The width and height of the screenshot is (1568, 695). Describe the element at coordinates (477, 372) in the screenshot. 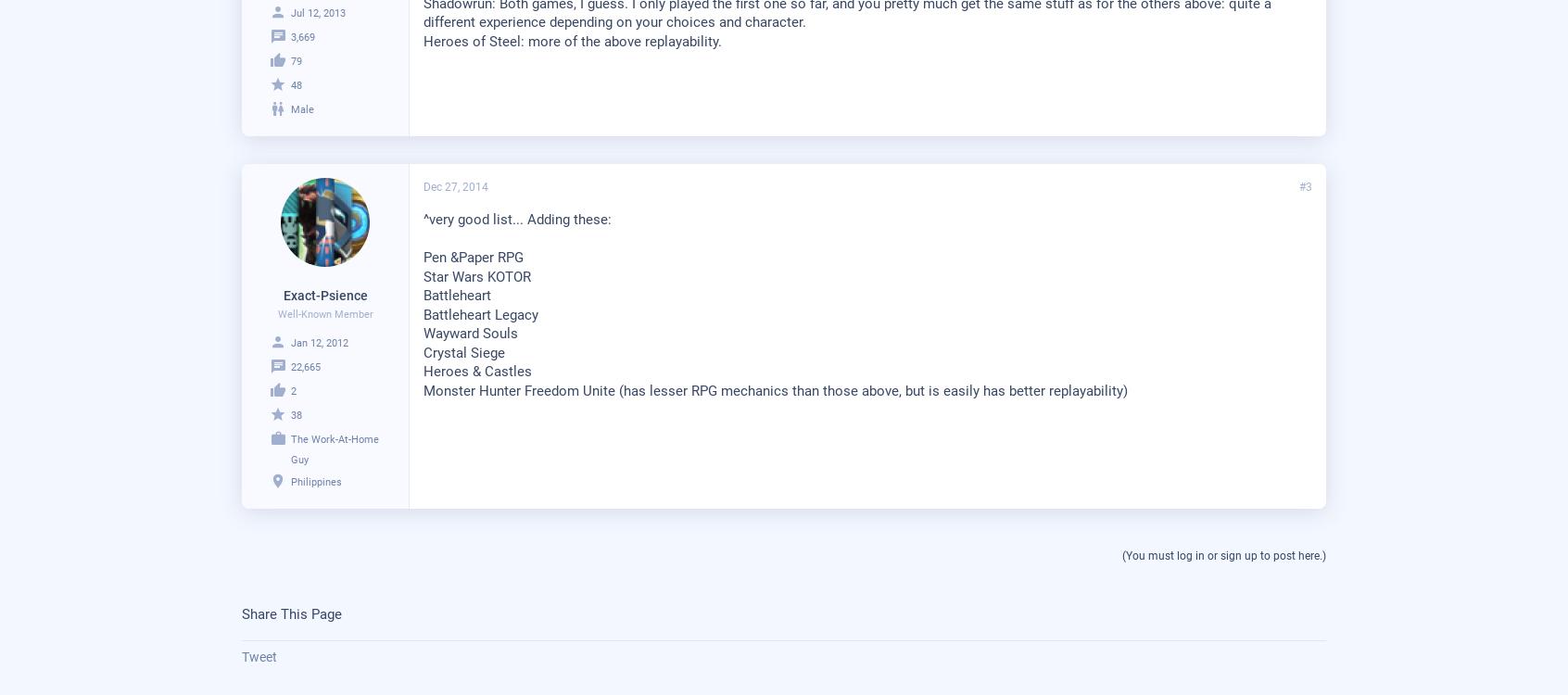

I see `'Heroes & Castles'` at that location.